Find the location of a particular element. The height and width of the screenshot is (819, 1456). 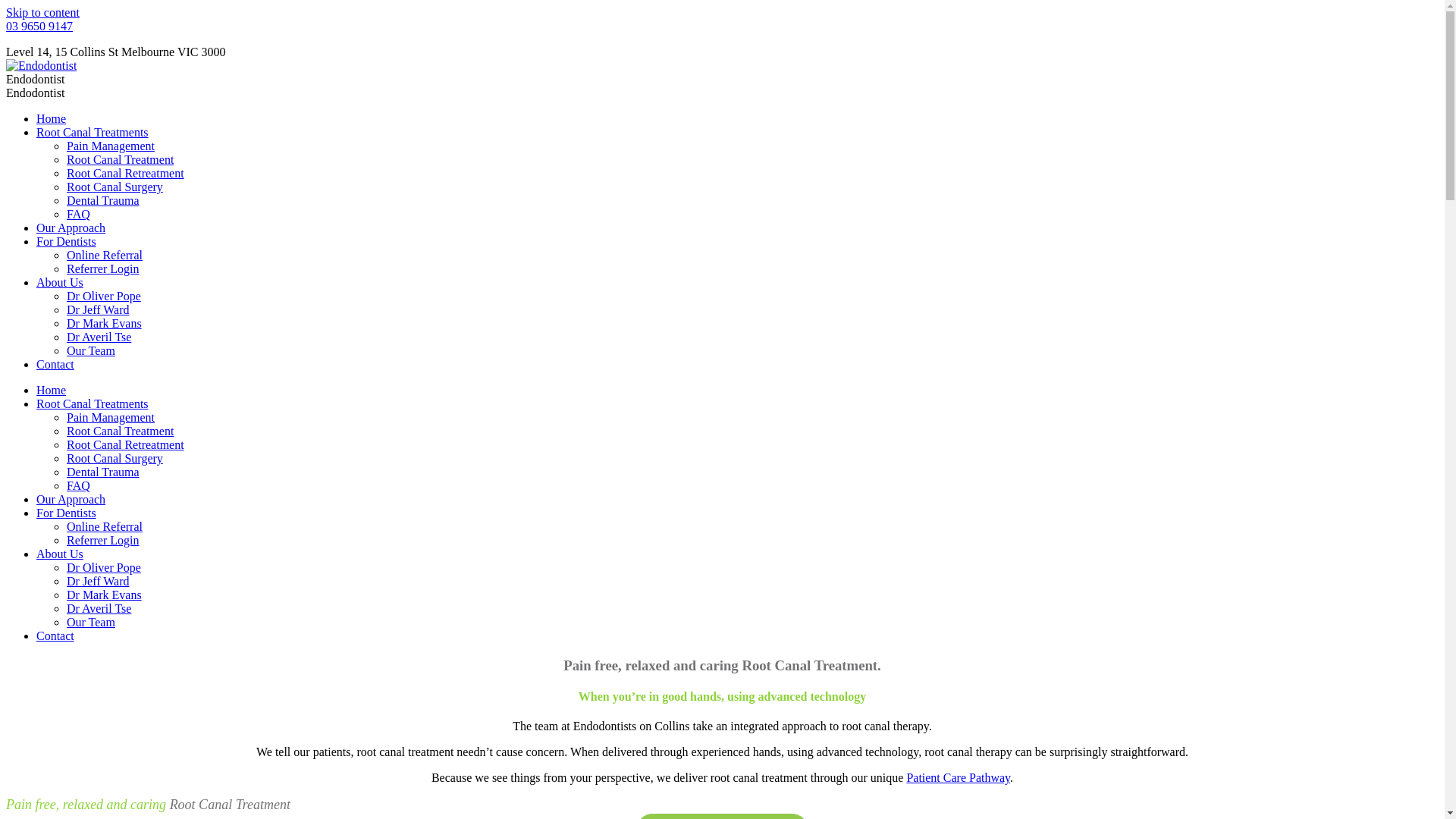

'Contact' is located at coordinates (55, 364).